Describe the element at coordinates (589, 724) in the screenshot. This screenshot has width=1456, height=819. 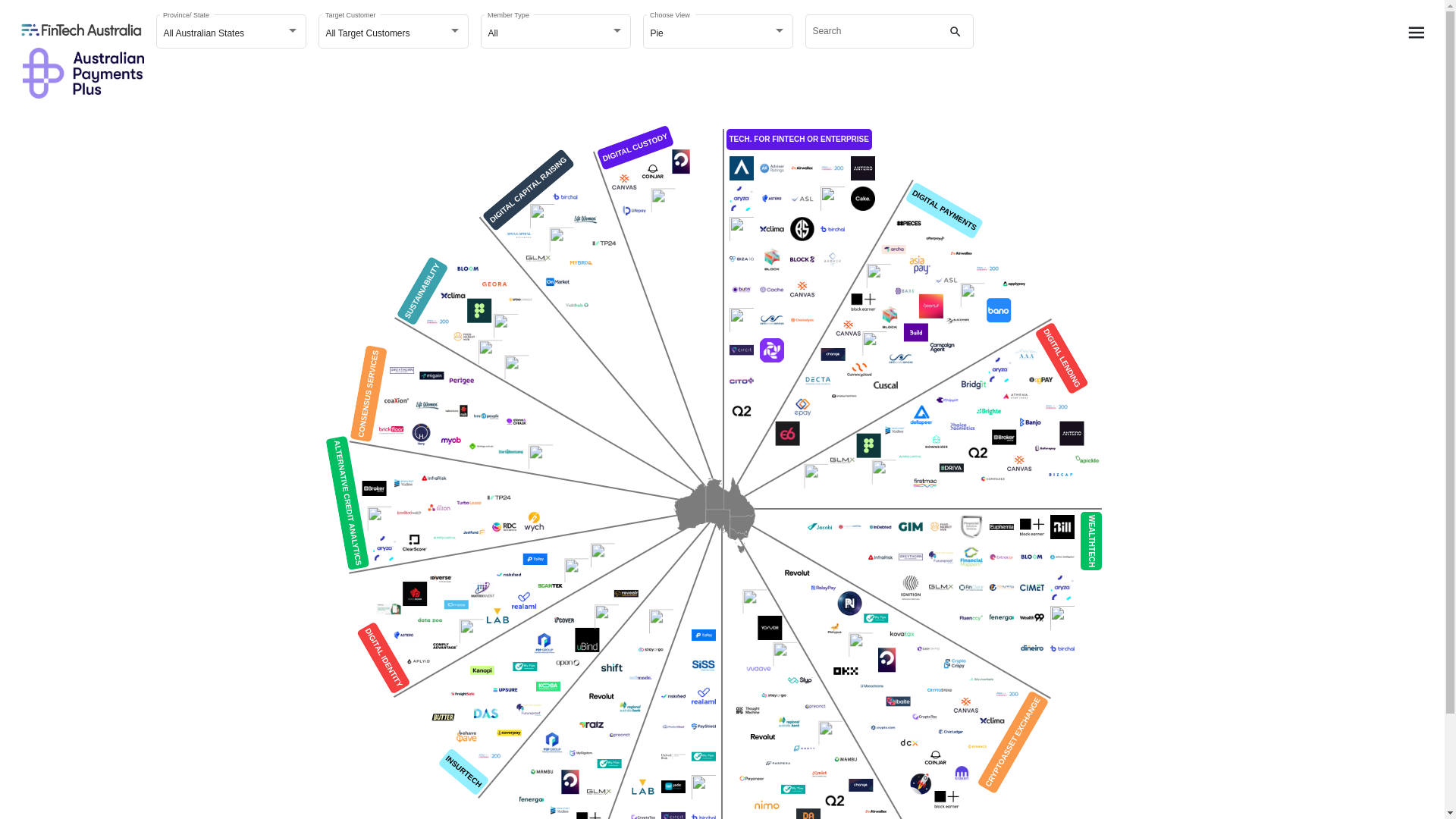
I see `'Raiz Invest Australia Limited'` at that location.